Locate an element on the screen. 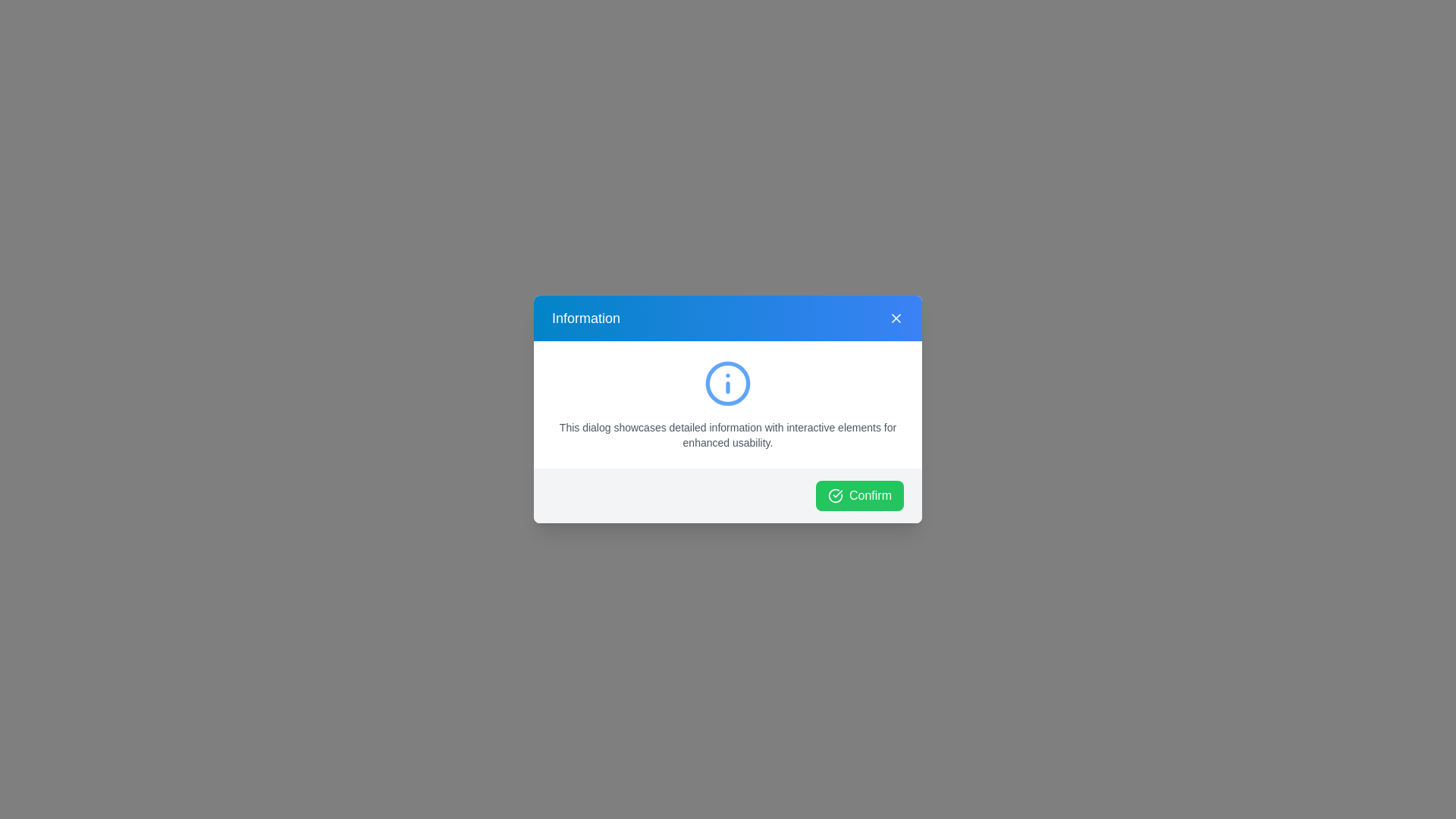 The image size is (1456, 819). the 'Information' text label element, which is styled with a large white font on a gradient blue background and located in the header section of the modal dialog is located at coordinates (585, 318).